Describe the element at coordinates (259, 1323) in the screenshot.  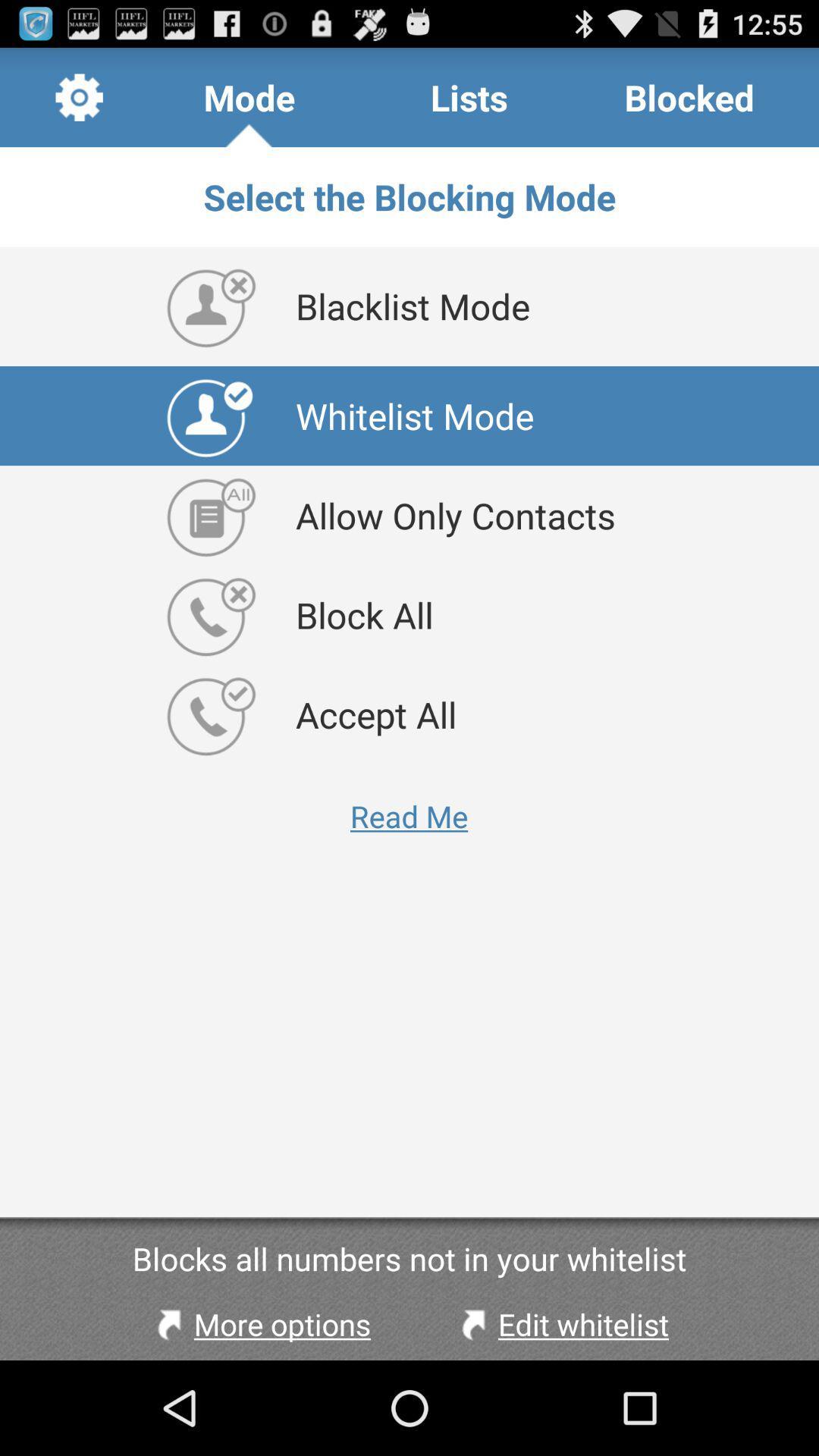
I see `the button to the left of edit whitelist item` at that location.